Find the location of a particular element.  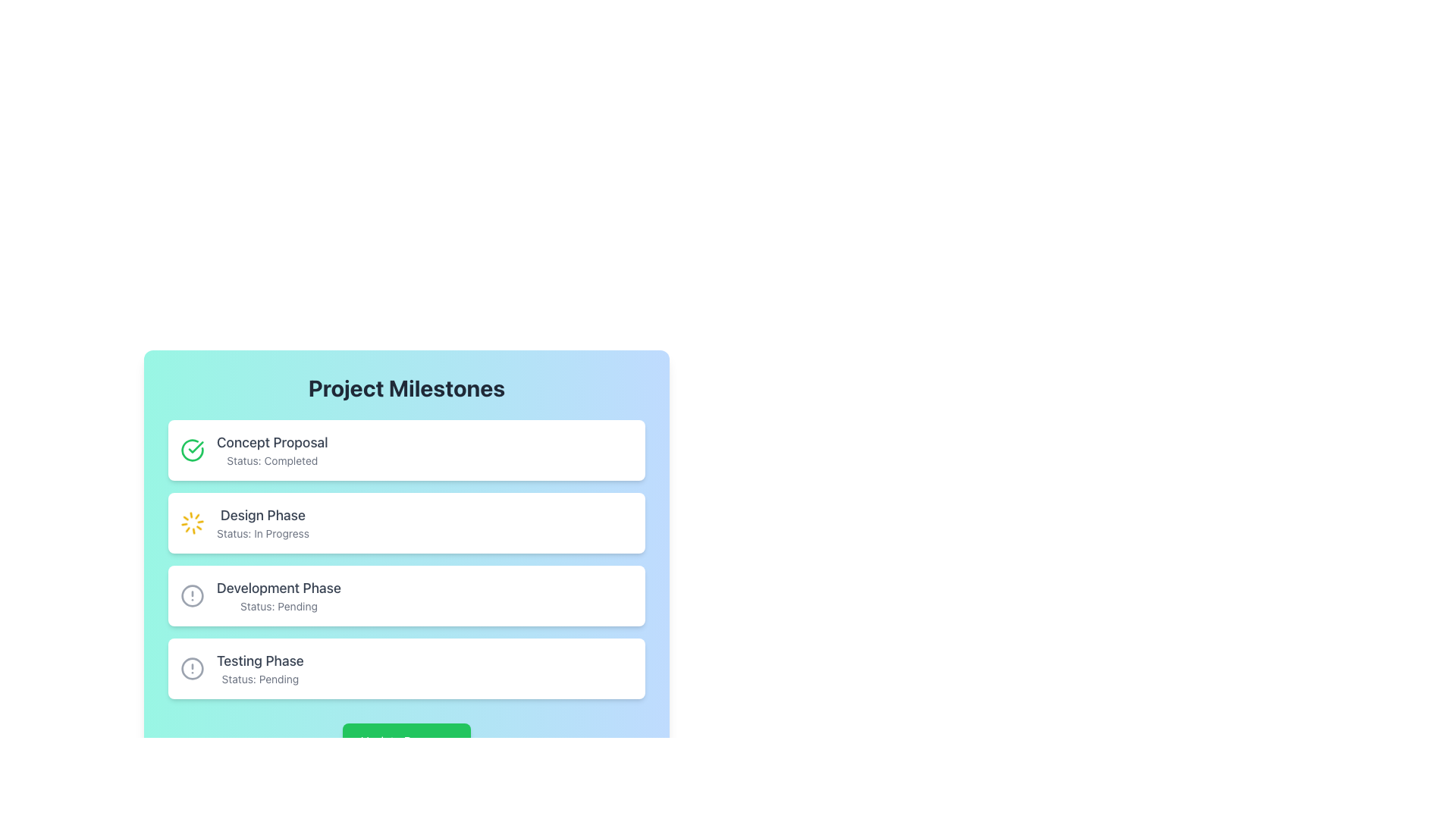

the animated yellow circular icon that indicates the design phase status, located to the left of the 'Design Phase Status: In Progress' text within the milestone card is located at coordinates (192, 522).